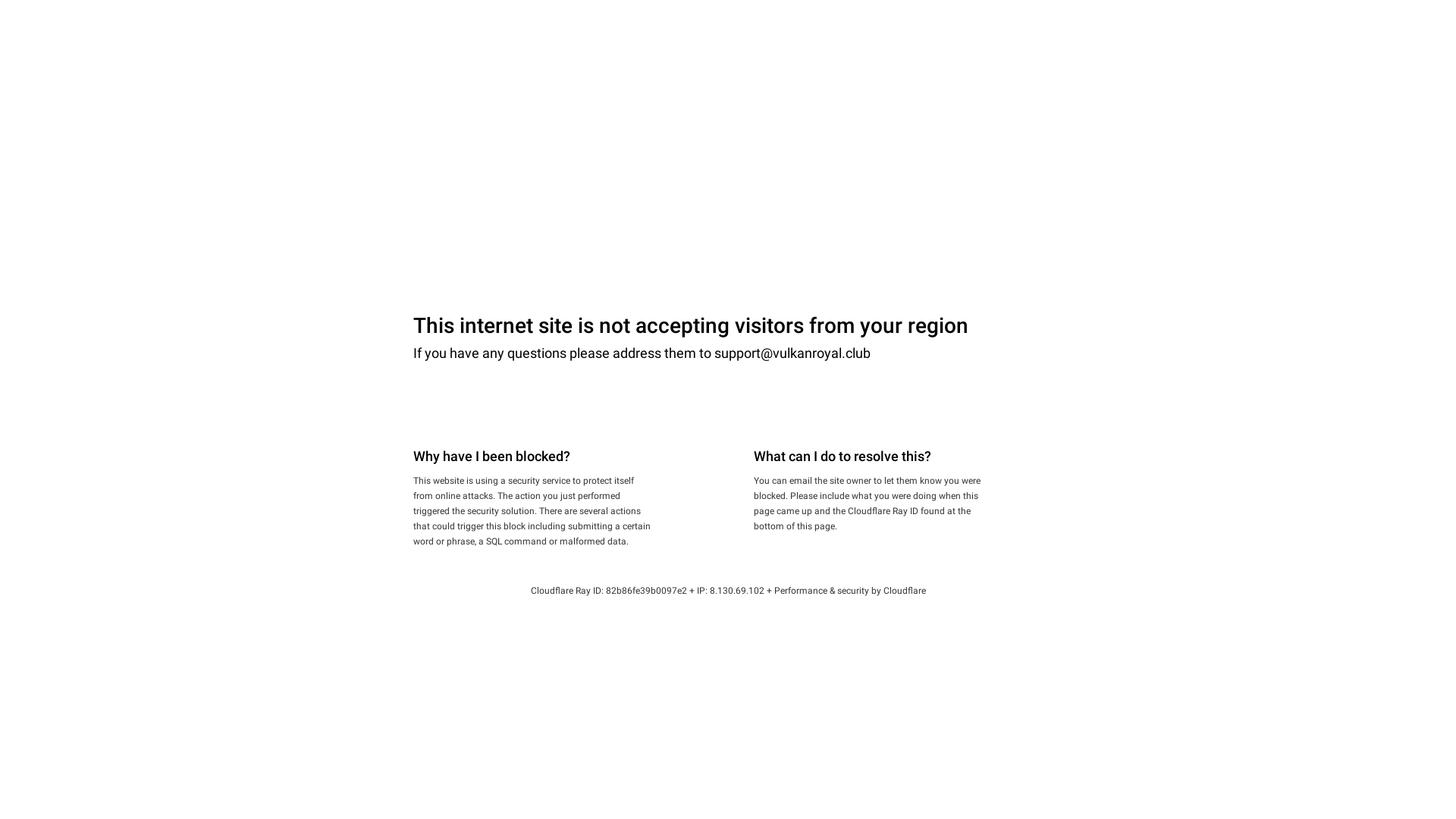 This screenshot has width=1456, height=819. What do you see at coordinates (903, 590) in the screenshot?
I see `'Cloudflare'` at bounding box center [903, 590].